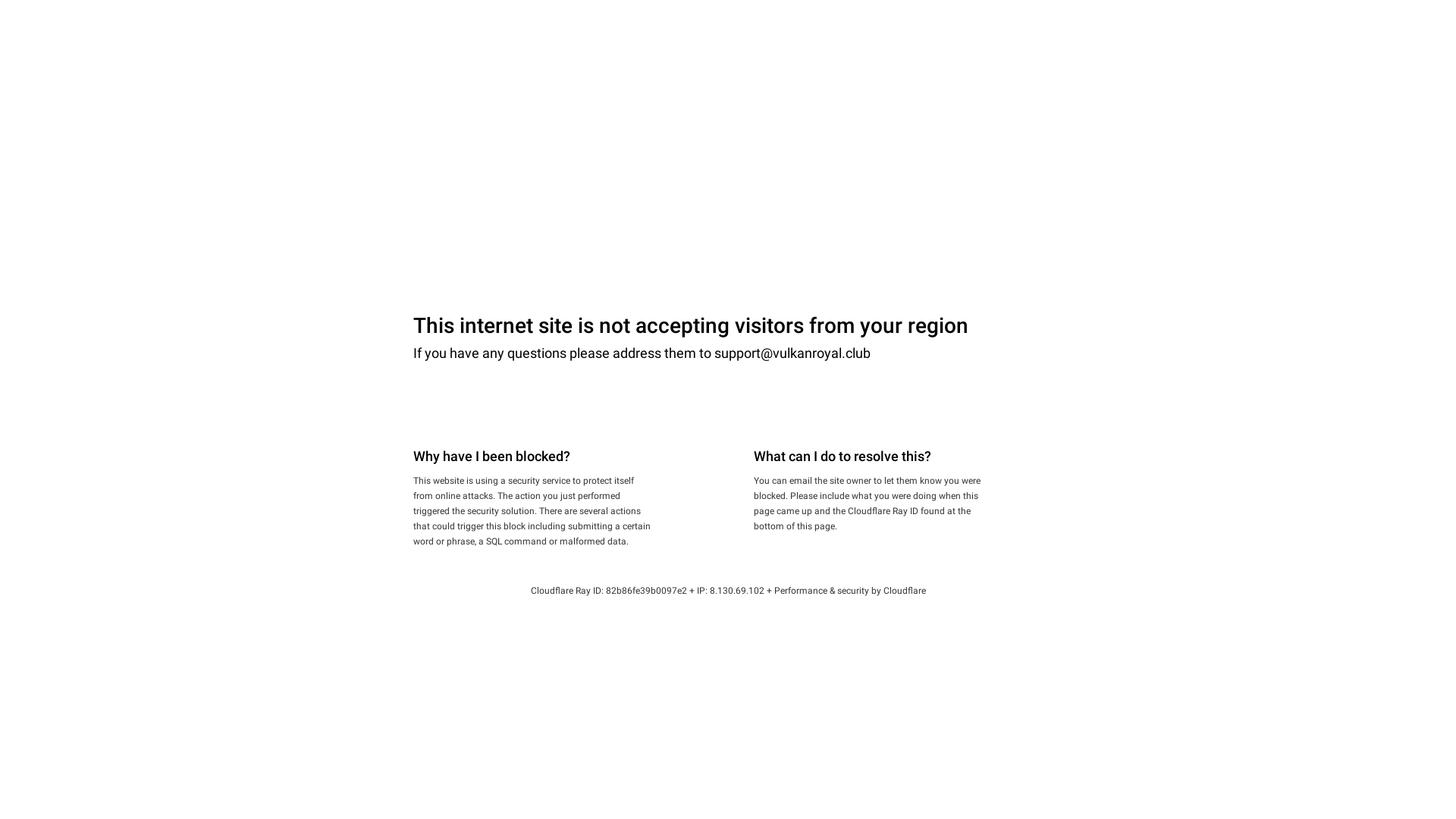 This screenshot has width=1456, height=819. What do you see at coordinates (903, 590) in the screenshot?
I see `'Cloudflare'` at bounding box center [903, 590].